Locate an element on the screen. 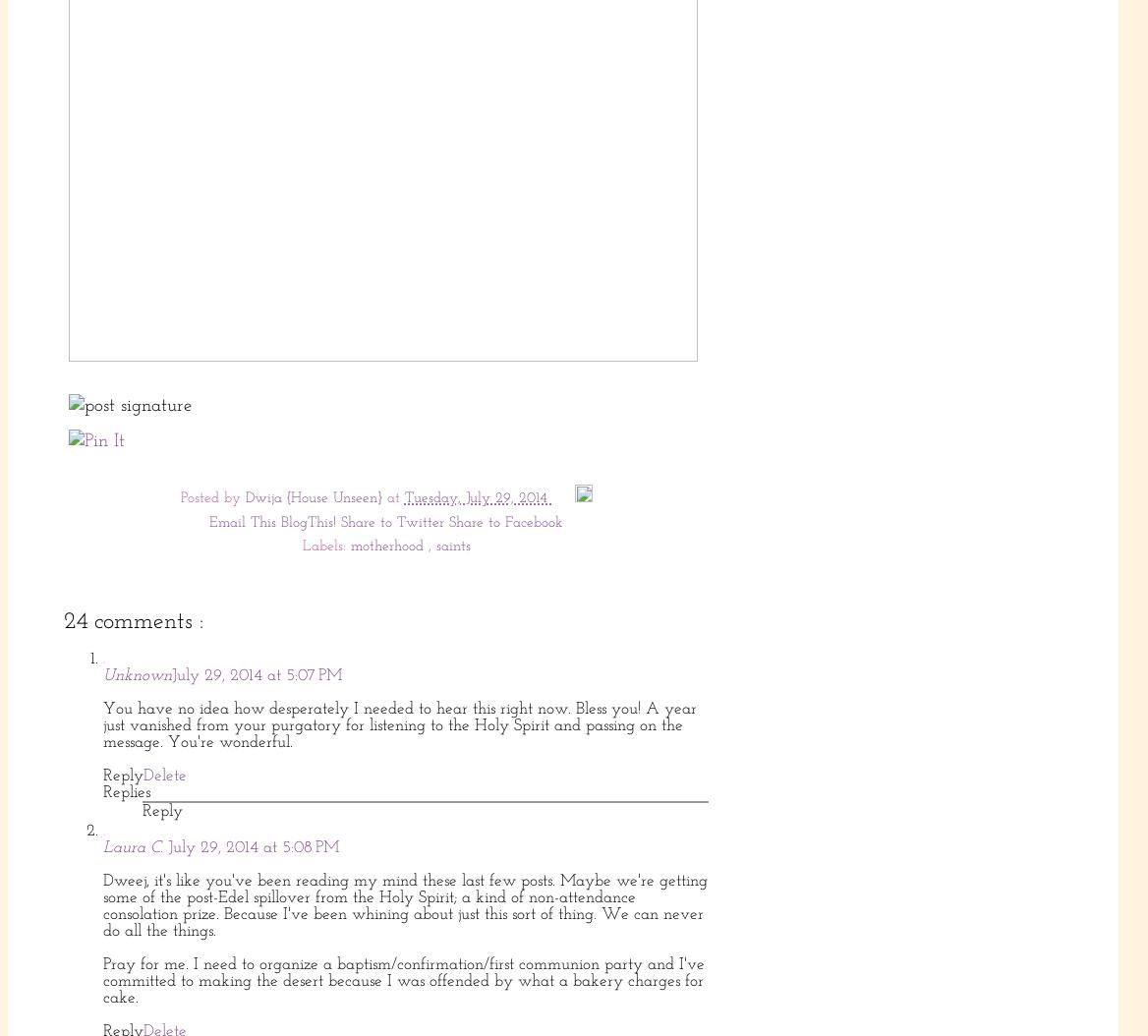 The height and width of the screenshot is (1036, 1148). ',' is located at coordinates (431, 547).